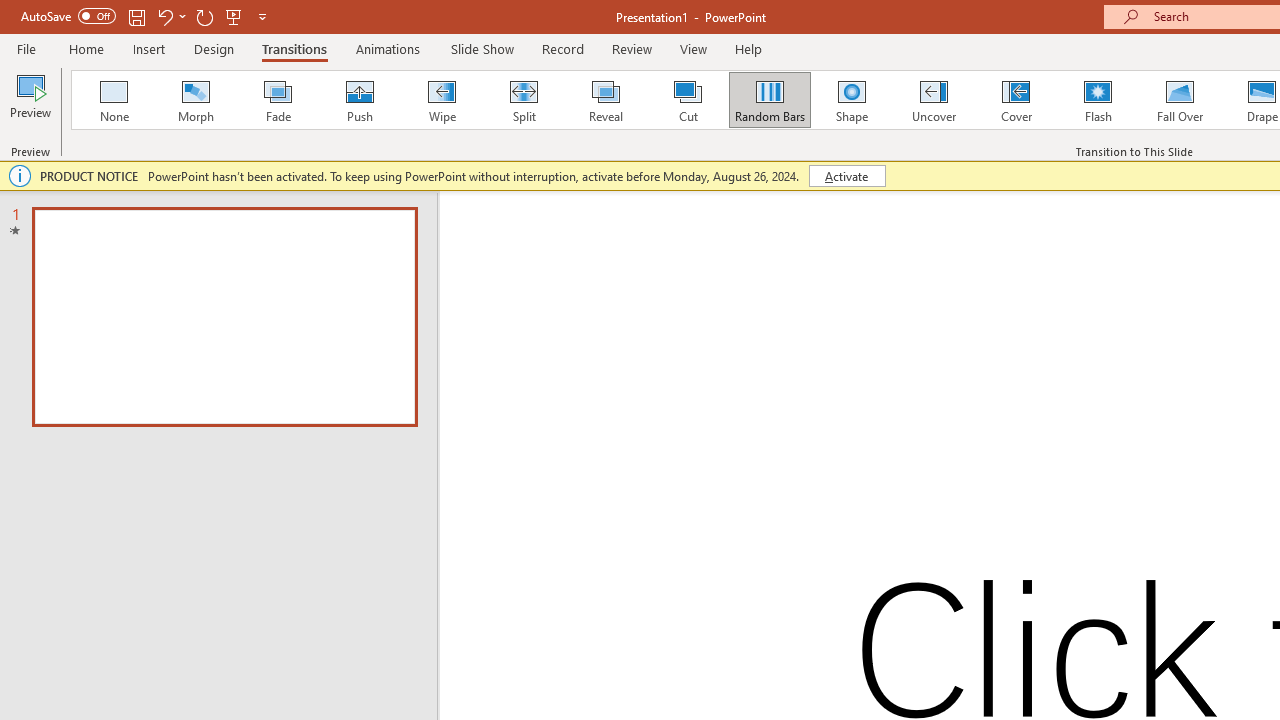 The width and height of the screenshot is (1280, 720). Describe the element at coordinates (523, 100) in the screenshot. I see `'Split'` at that location.